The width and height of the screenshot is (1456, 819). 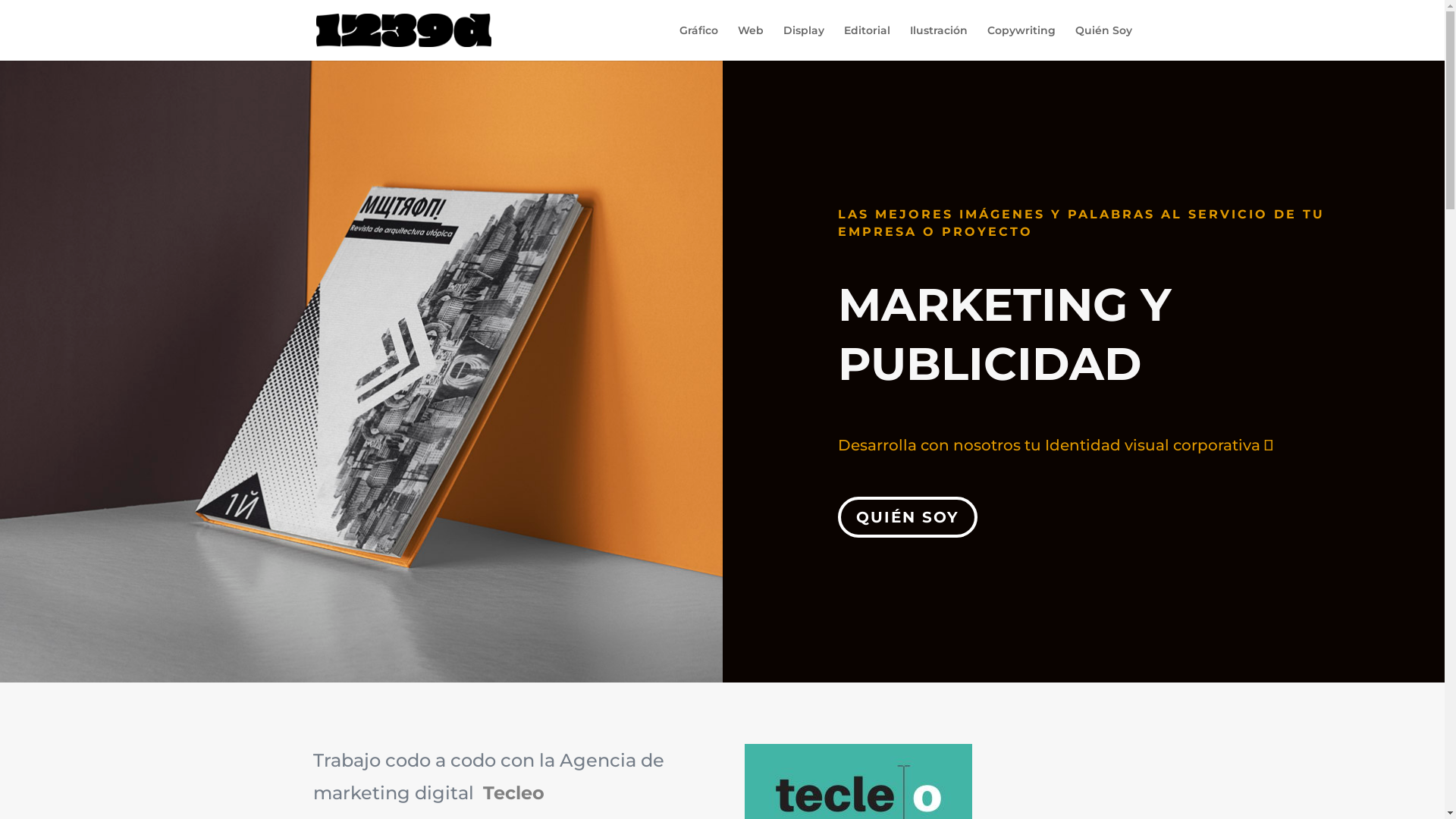 What do you see at coordinates (736, 42) in the screenshot?
I see `'Web'` at bounding box center [736, 42].